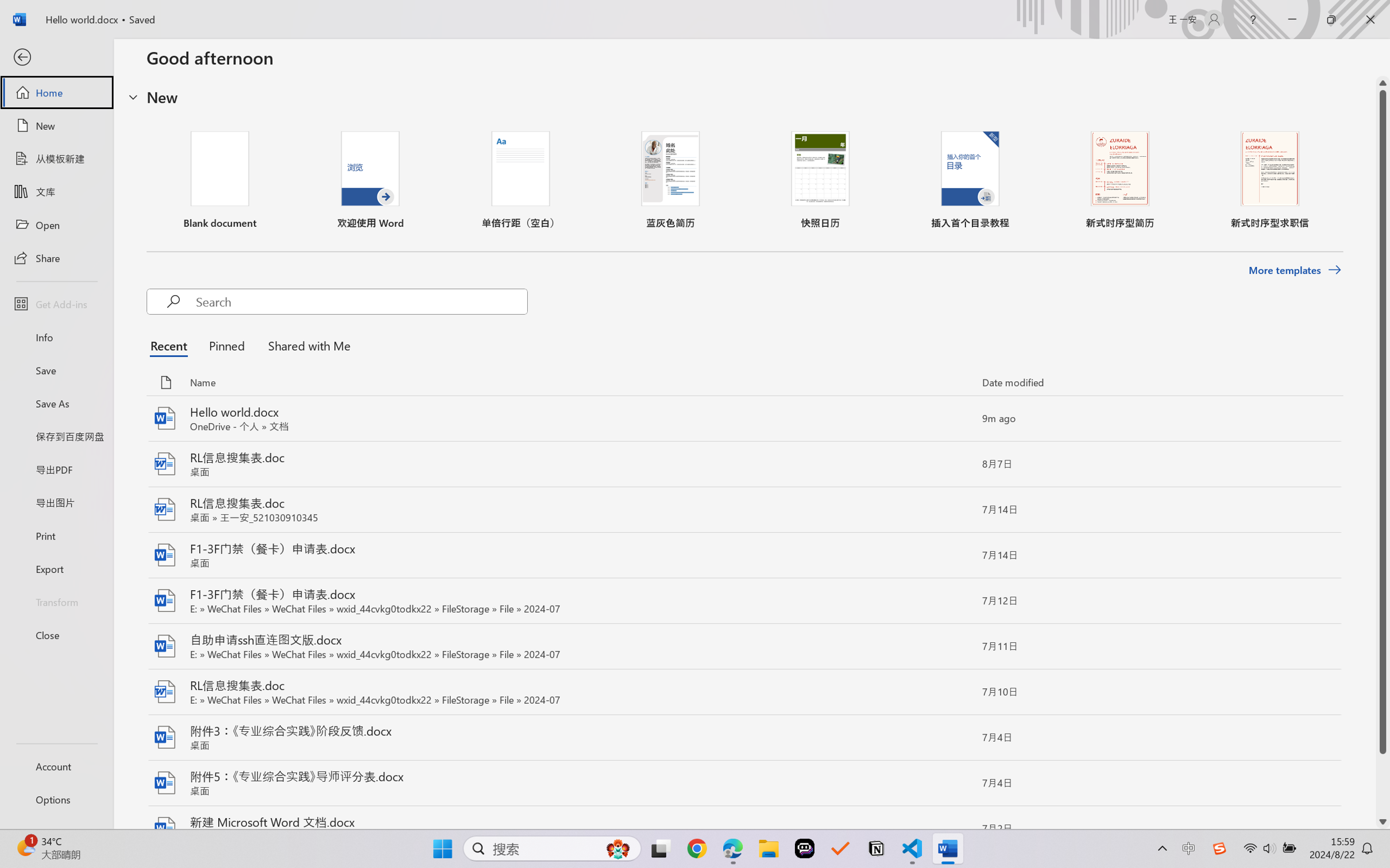 Image resolution: width=1390 pixels, height=868 pixels. I want to click on 'Share', so click(56, 257).